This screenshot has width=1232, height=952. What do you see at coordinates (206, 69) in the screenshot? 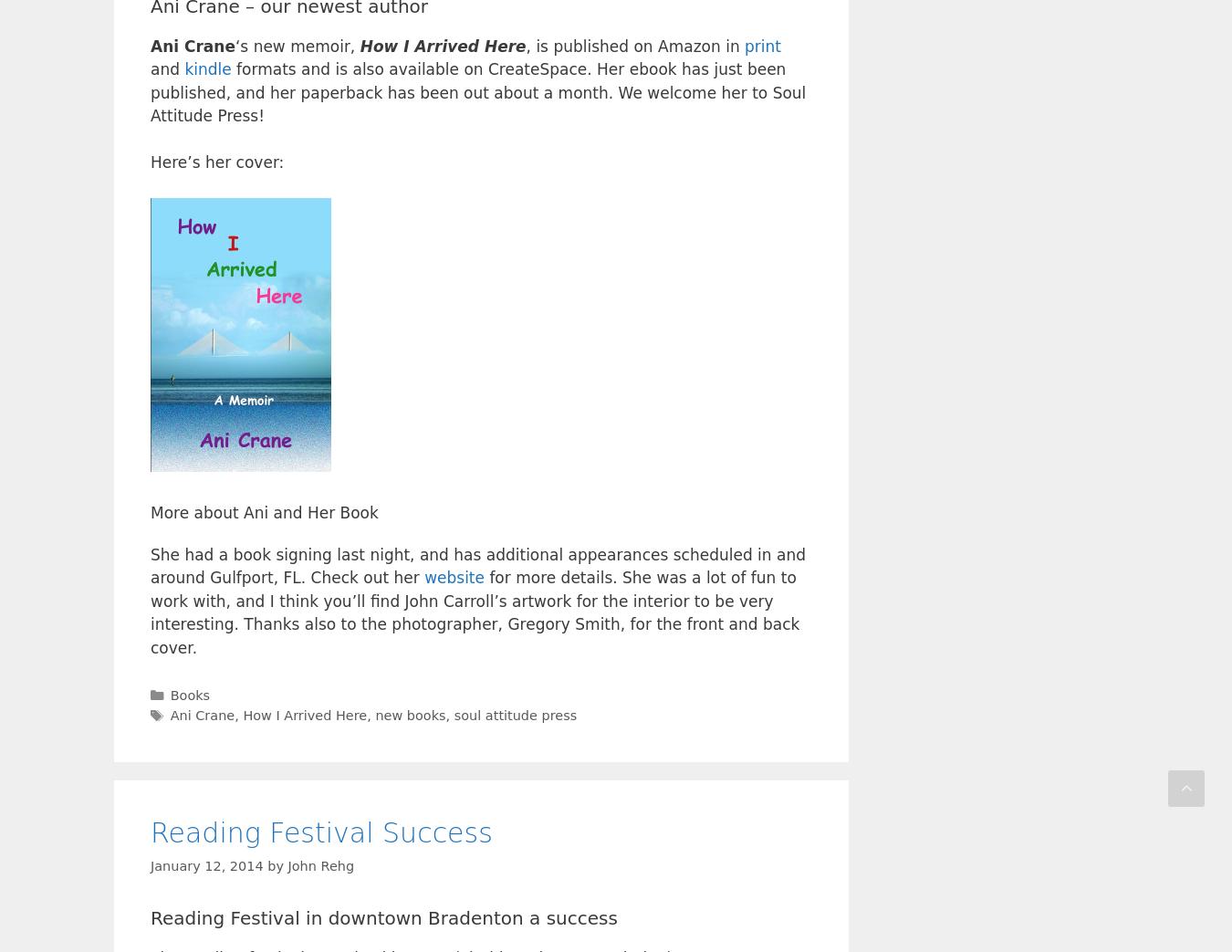
I see `'kindle'` at bounding box center [206, 69].